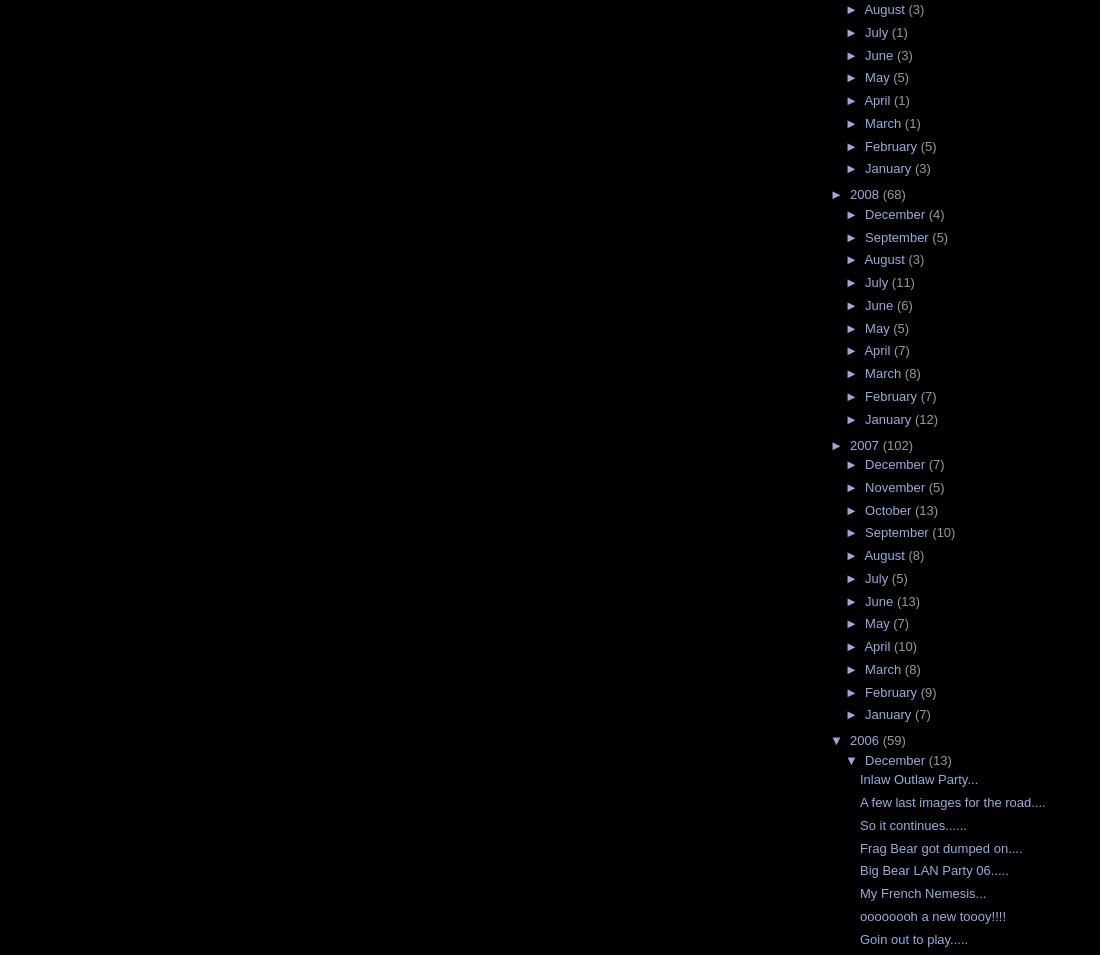 This screenshot has height=955, width=1100. Describe the element at coordinates (913, 938) in the screenshot. I see `'Goin out to play.....'` at that location.